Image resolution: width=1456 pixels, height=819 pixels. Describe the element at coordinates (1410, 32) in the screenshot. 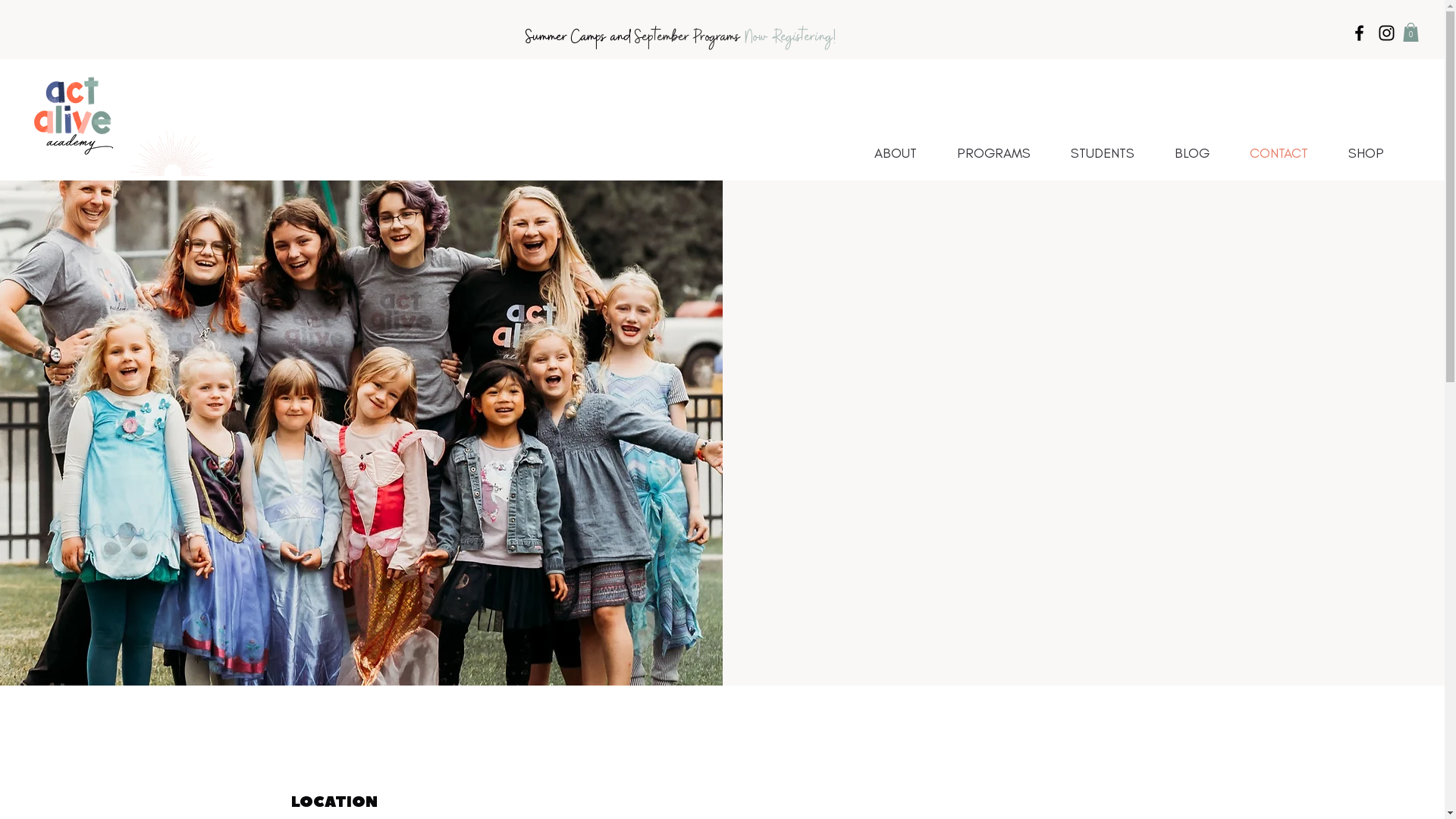

I see `'0'` at that location.